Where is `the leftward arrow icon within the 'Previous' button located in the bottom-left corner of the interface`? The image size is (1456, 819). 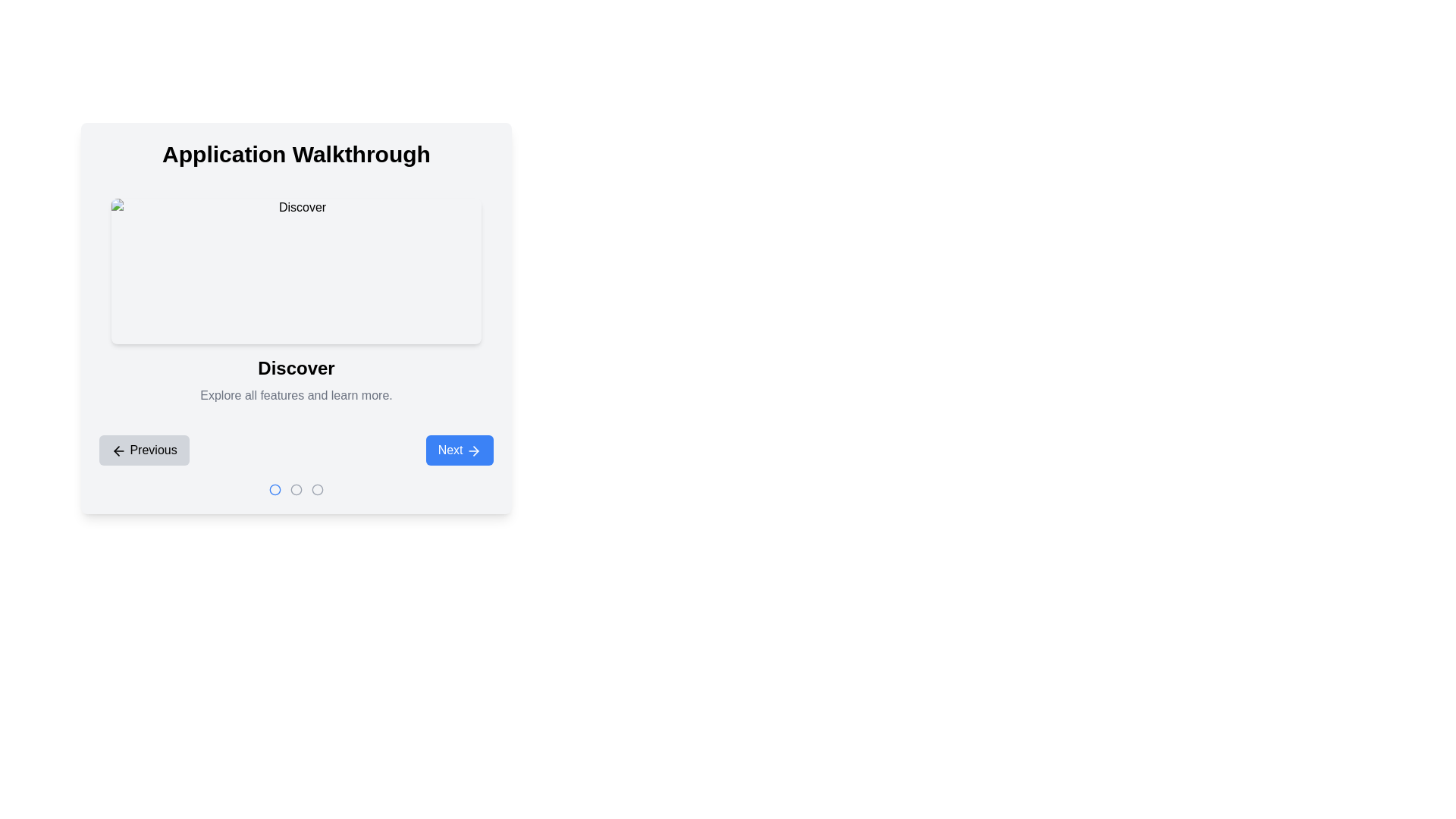
the leftward arrow icon within the 'Previous' button located in the bottom-left corner of the interface is located at coordinates (118, 450).